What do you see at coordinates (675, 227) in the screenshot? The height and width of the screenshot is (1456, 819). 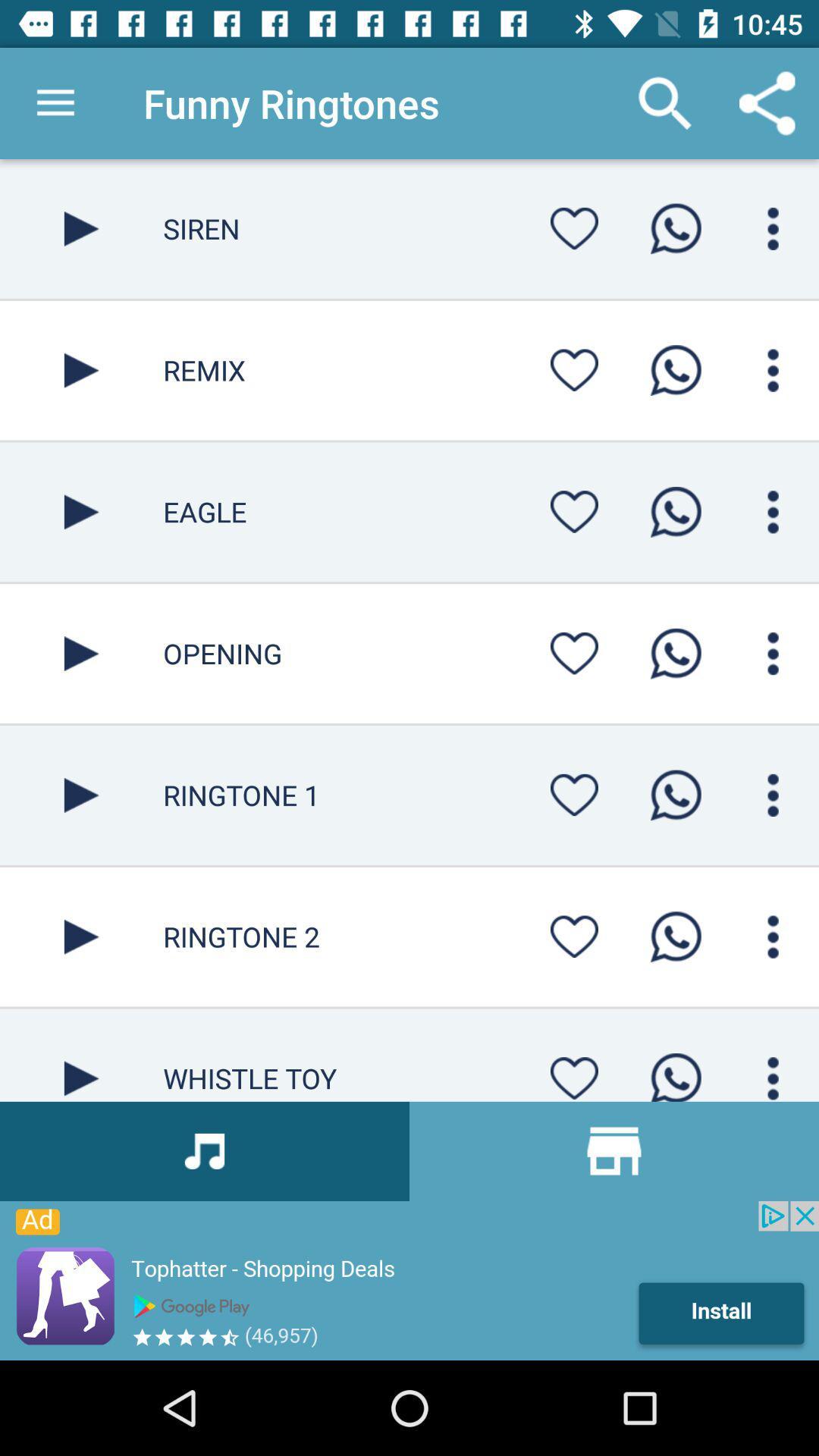 I see `call selected contact` at bounding box center [675, 227].